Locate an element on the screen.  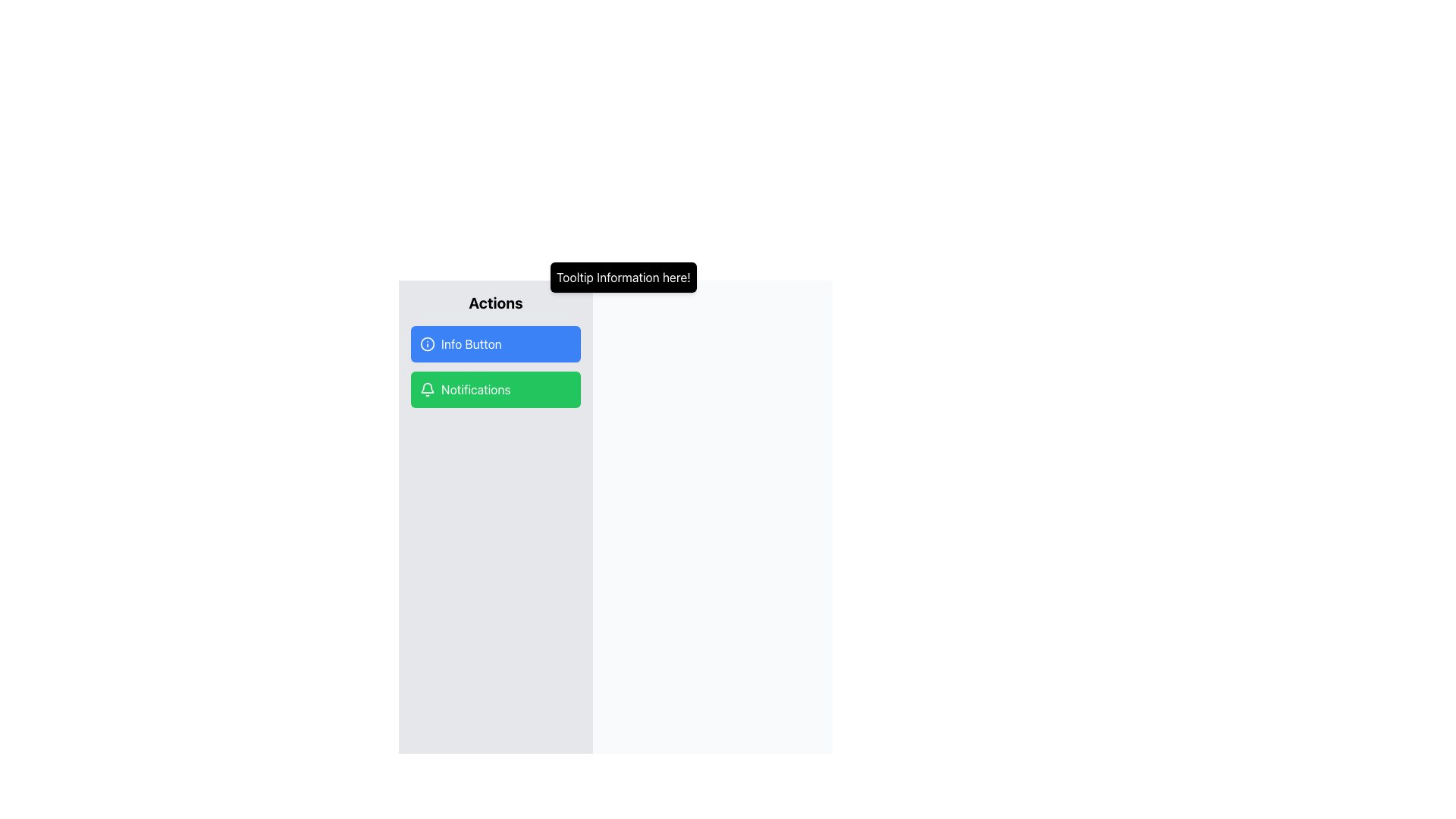
the green 'Notifications' button with rounded corners and white text located in the 'Actions' section below the 'Info Button' to observe any interaction effects is located at coordinates (495, 388).